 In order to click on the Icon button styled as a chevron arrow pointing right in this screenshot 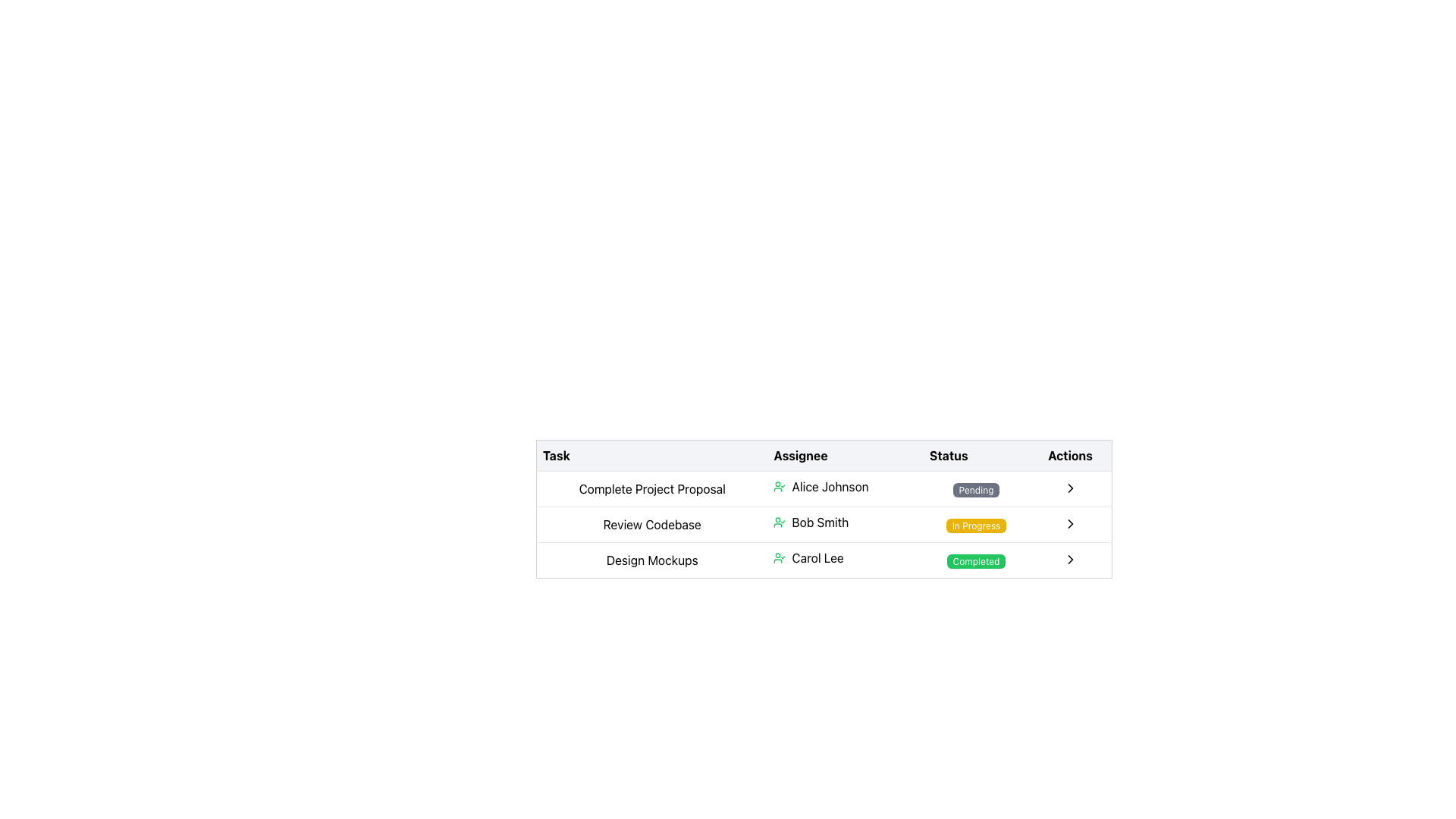, I will do `click(1069, 488)`.